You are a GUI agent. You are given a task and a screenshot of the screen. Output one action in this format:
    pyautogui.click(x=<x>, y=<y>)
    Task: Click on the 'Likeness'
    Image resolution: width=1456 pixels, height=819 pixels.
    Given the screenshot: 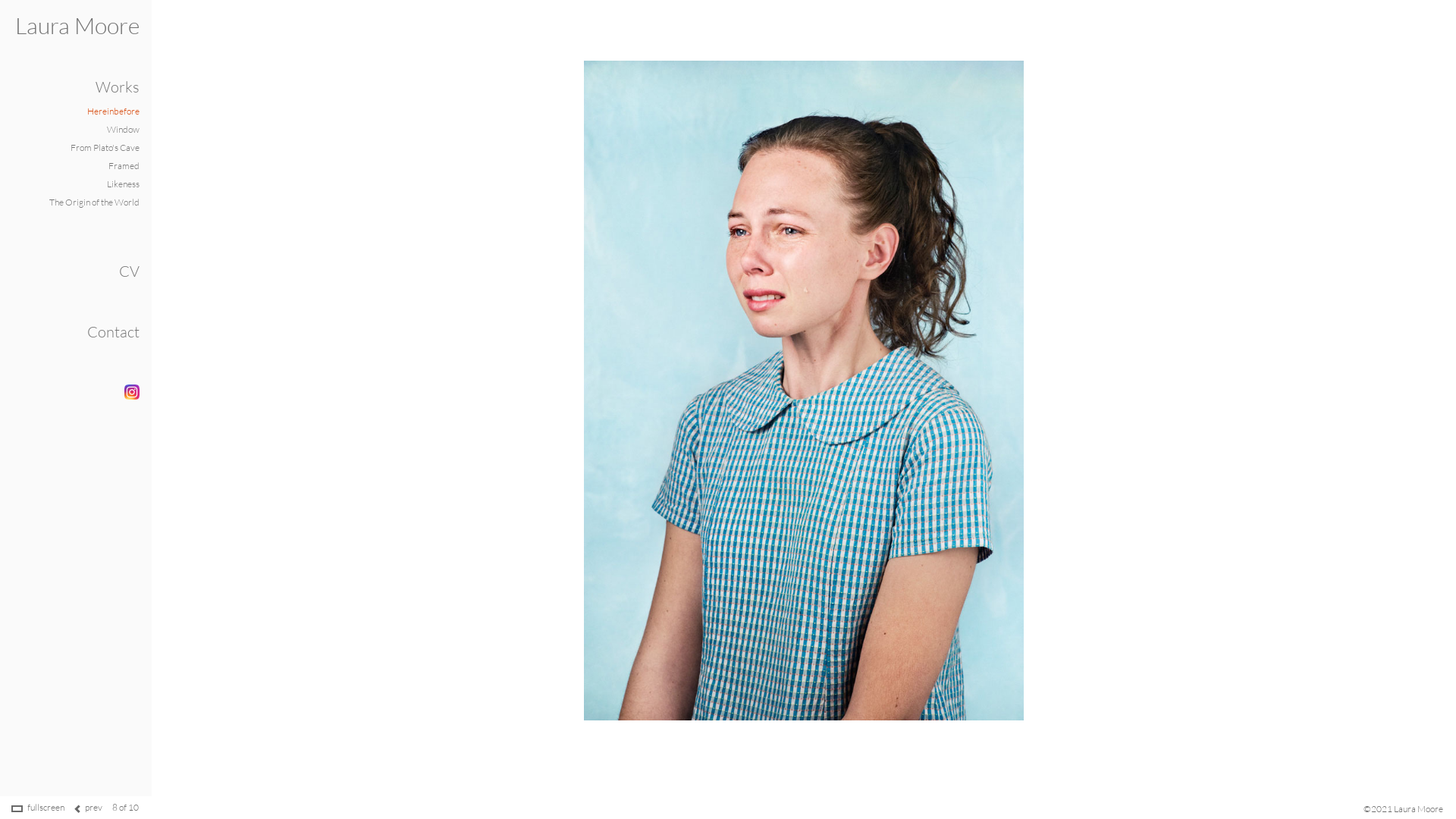 What is the action you would take?
    pyautogui.click(x=123, y=183)
    